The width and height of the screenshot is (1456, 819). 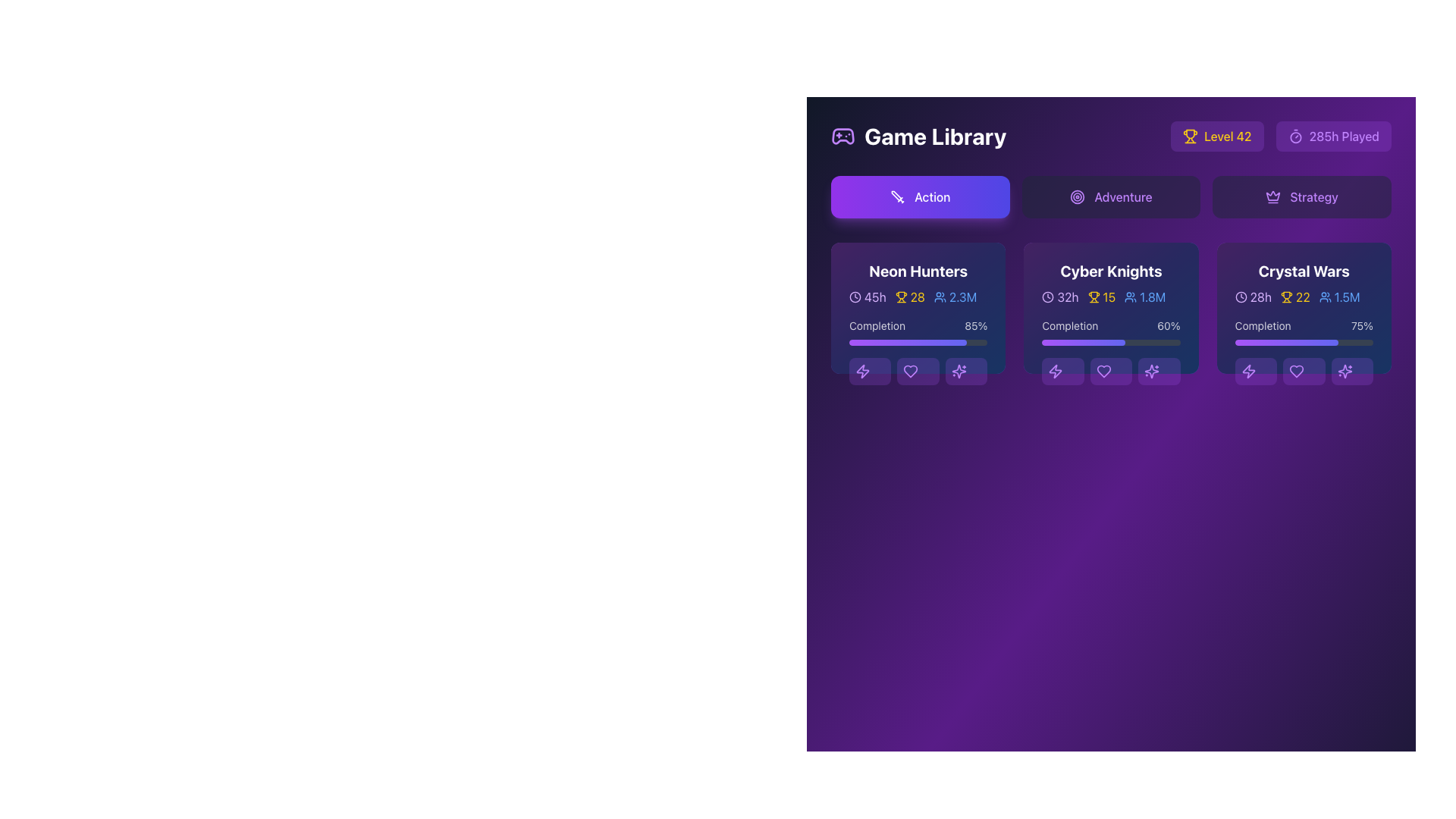 I want to click on the informational display with a progress bar showing 'Completion 75%' located in the bottom section of the 'Crystal Wars' card in the 'Game Library', so click(x=1303, y=351).